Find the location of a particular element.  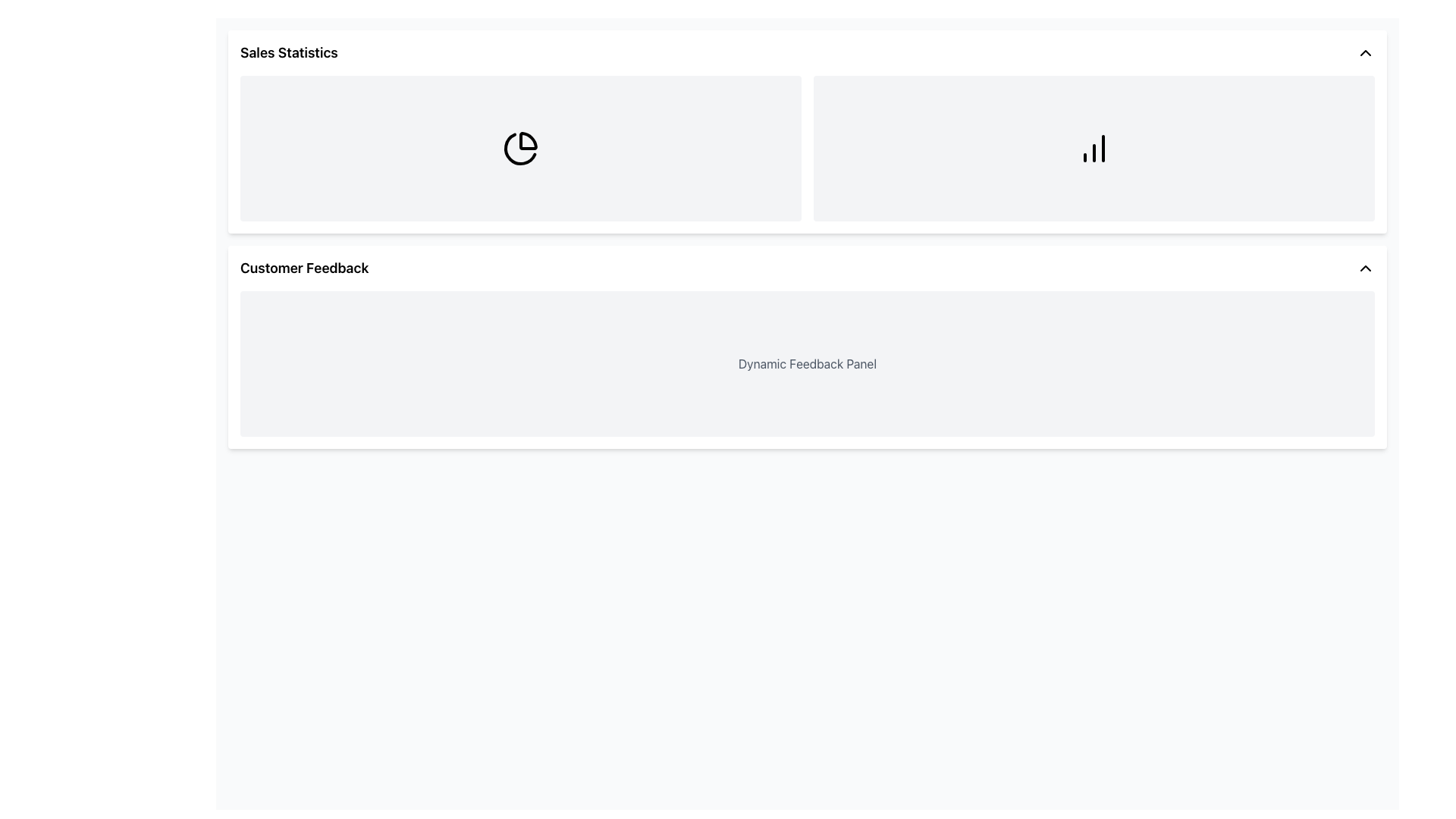

the second rectangular panel in the top row of the grid labeled 'Sales Statistics', which has a light gray background and contains minimalist bar chart-style graphics is located at coordinates (1094, 149).